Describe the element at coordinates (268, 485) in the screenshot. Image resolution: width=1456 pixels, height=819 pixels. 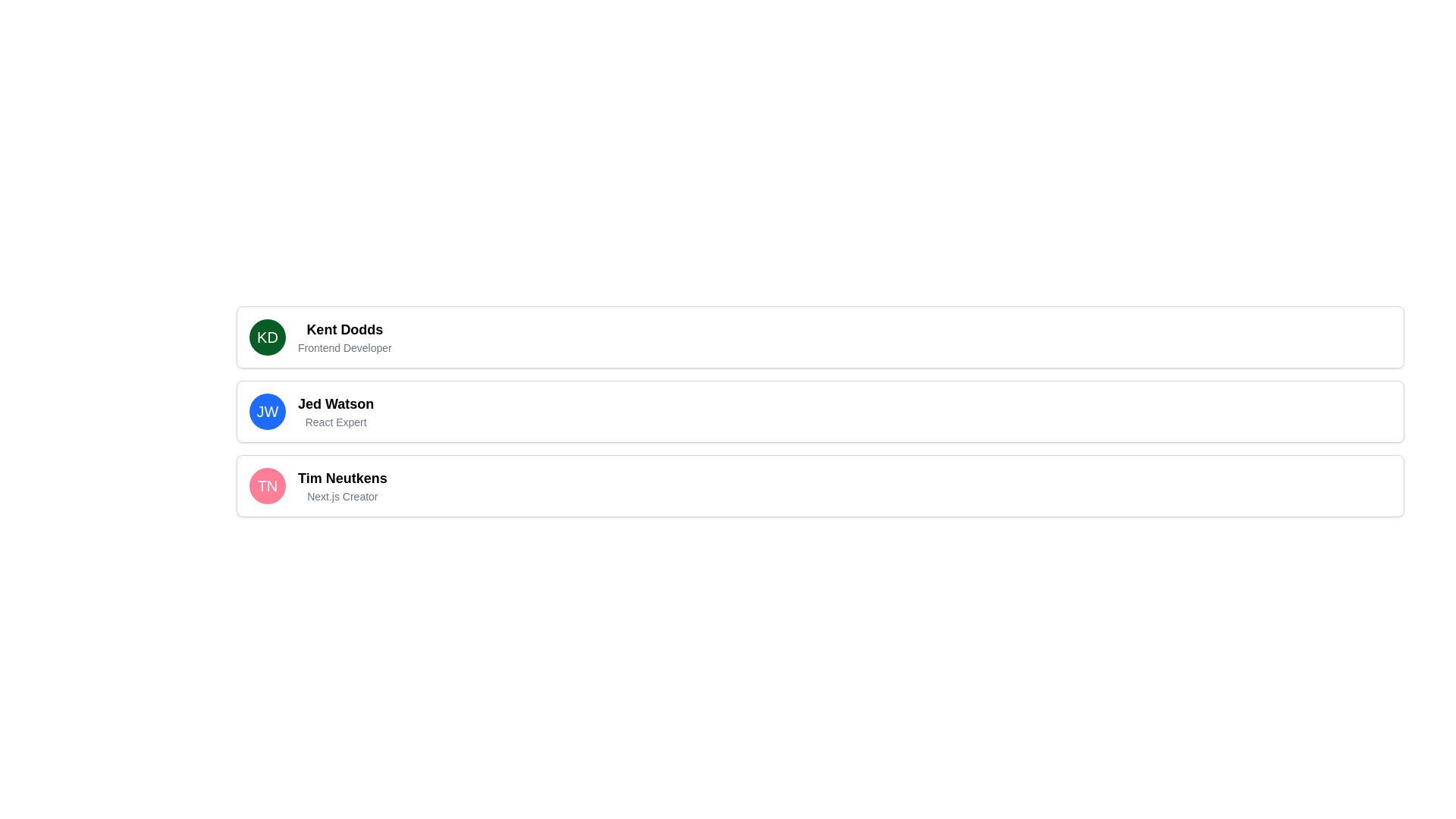
I see `the circular avatar profile picture with the text 'TN'` at that location.